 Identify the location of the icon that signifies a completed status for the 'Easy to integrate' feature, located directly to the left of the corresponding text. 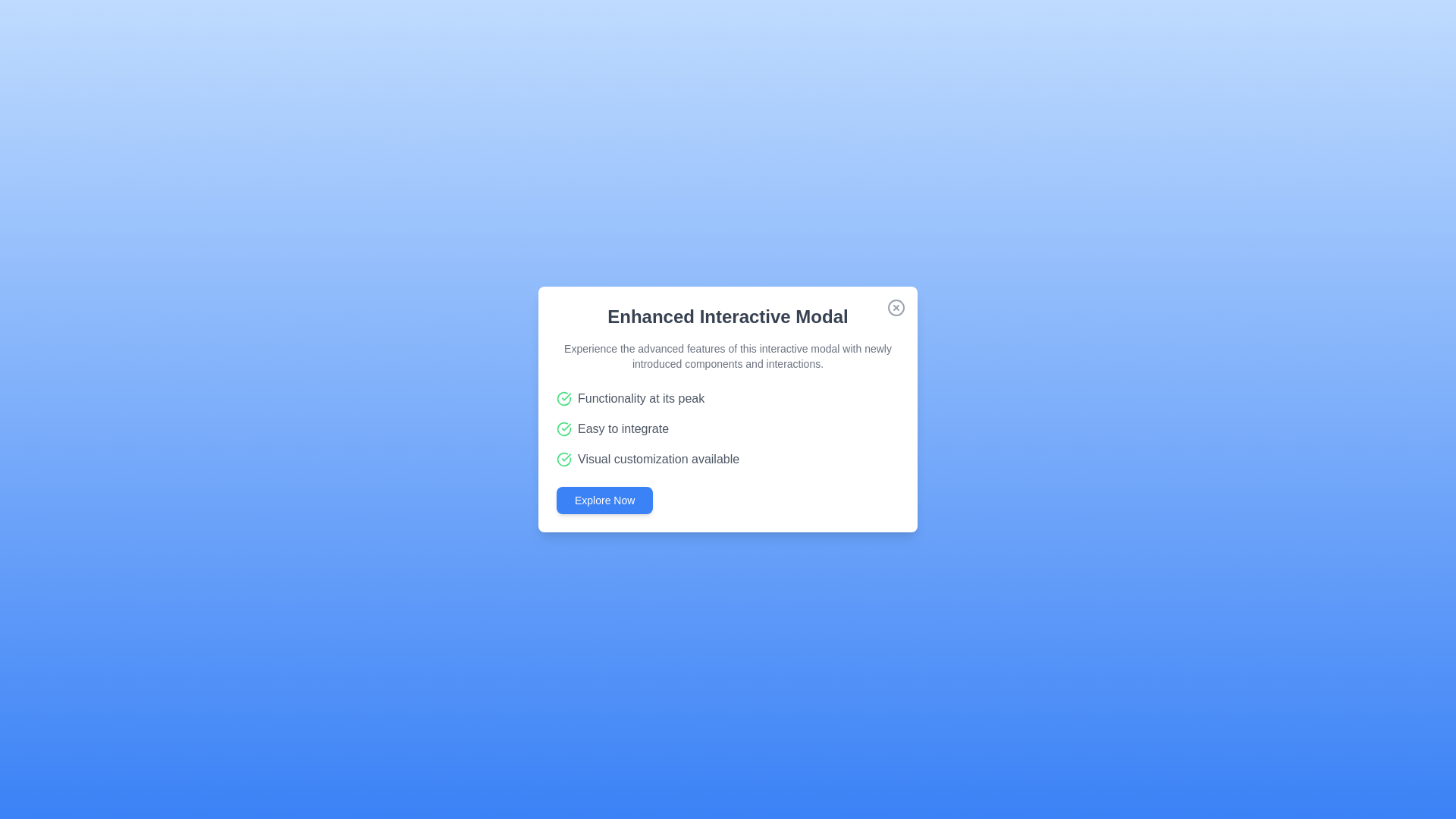
(563, 429).